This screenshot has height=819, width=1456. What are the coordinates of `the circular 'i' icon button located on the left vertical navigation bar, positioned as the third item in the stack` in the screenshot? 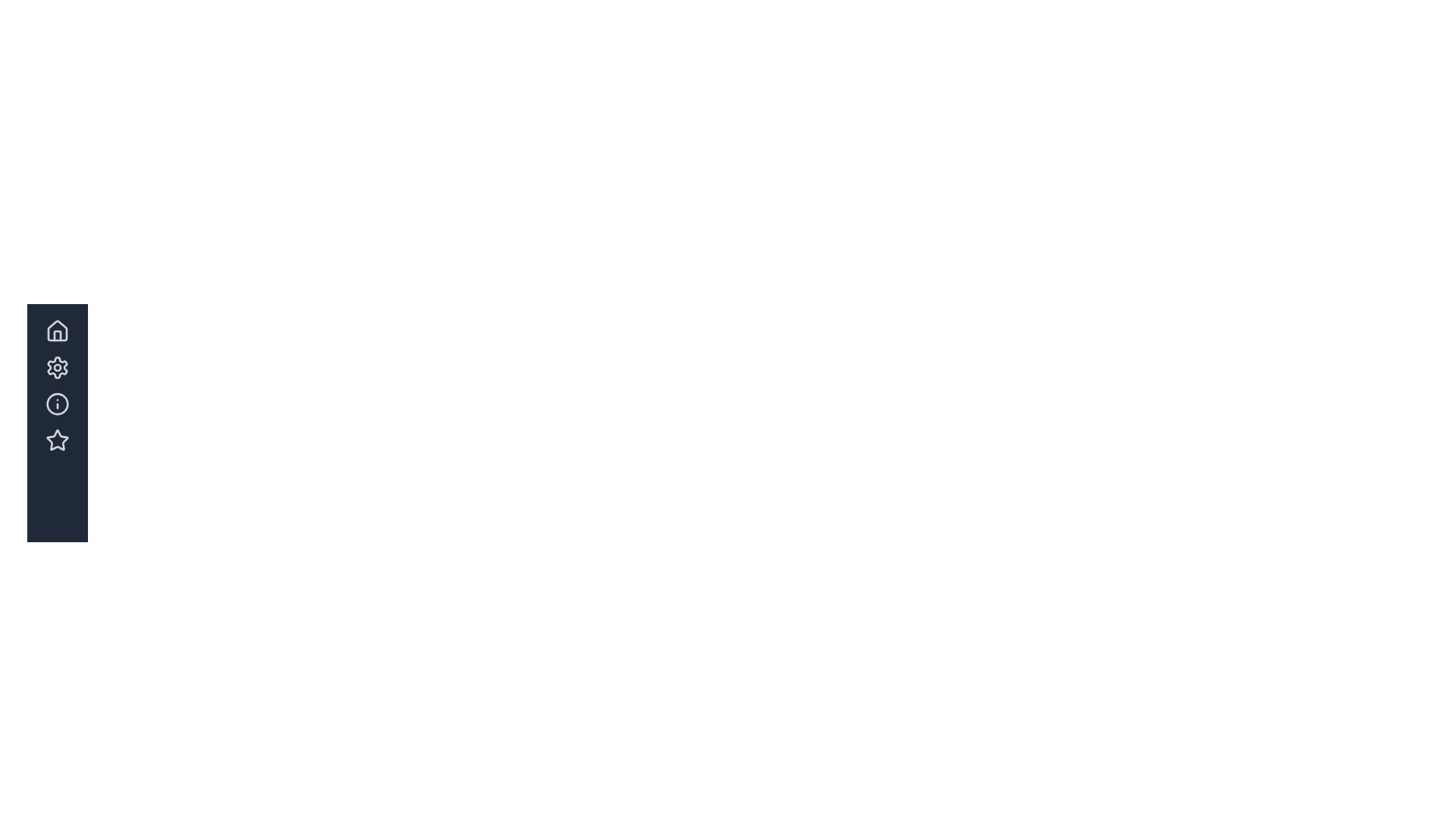 It's located at (58, 403).